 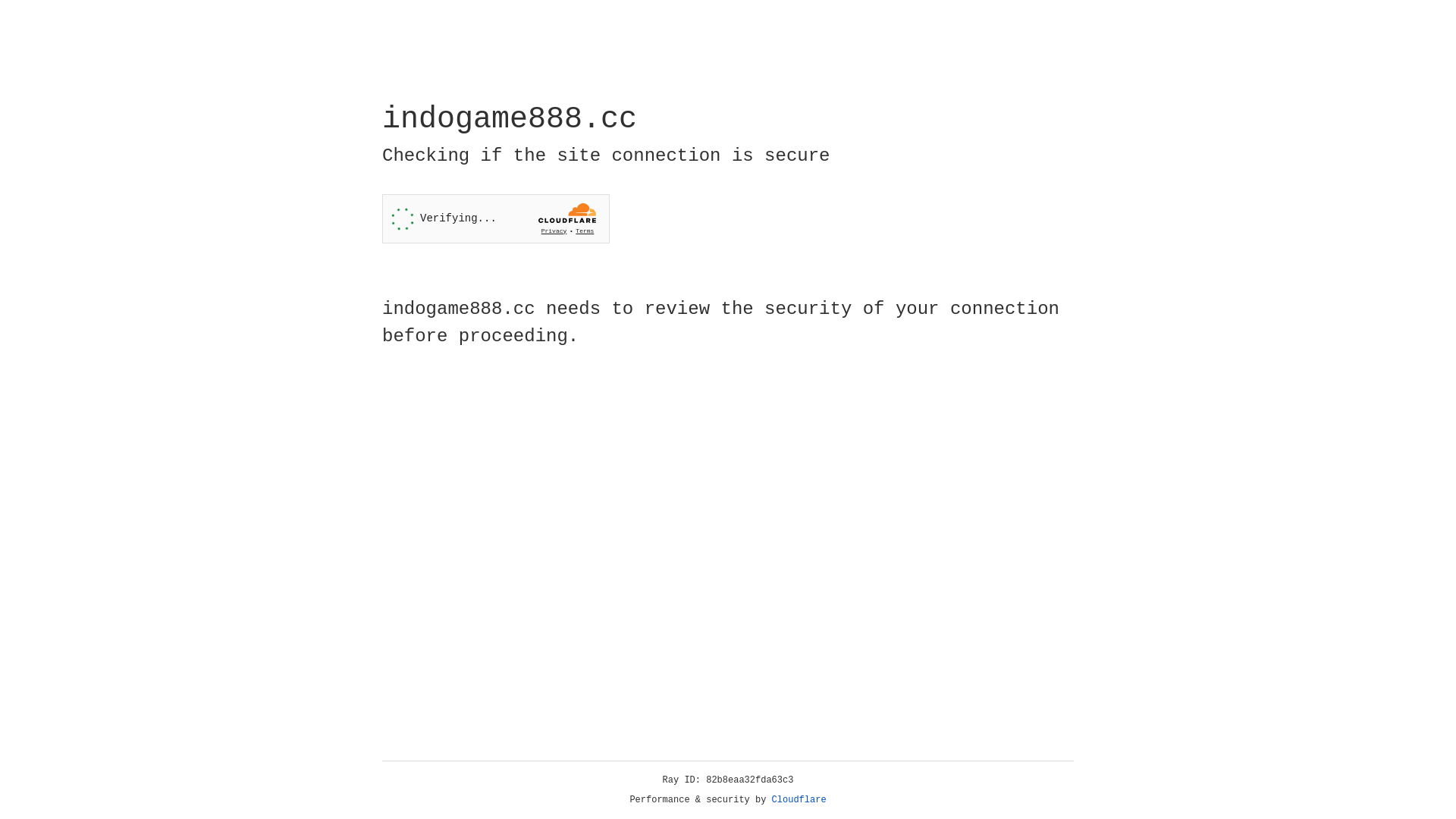 What do you see at coordinates (495, 218) in the screenshot?
I see `'Widget containing a Cloudflare security challenge'` at bounding box center [495, 218].